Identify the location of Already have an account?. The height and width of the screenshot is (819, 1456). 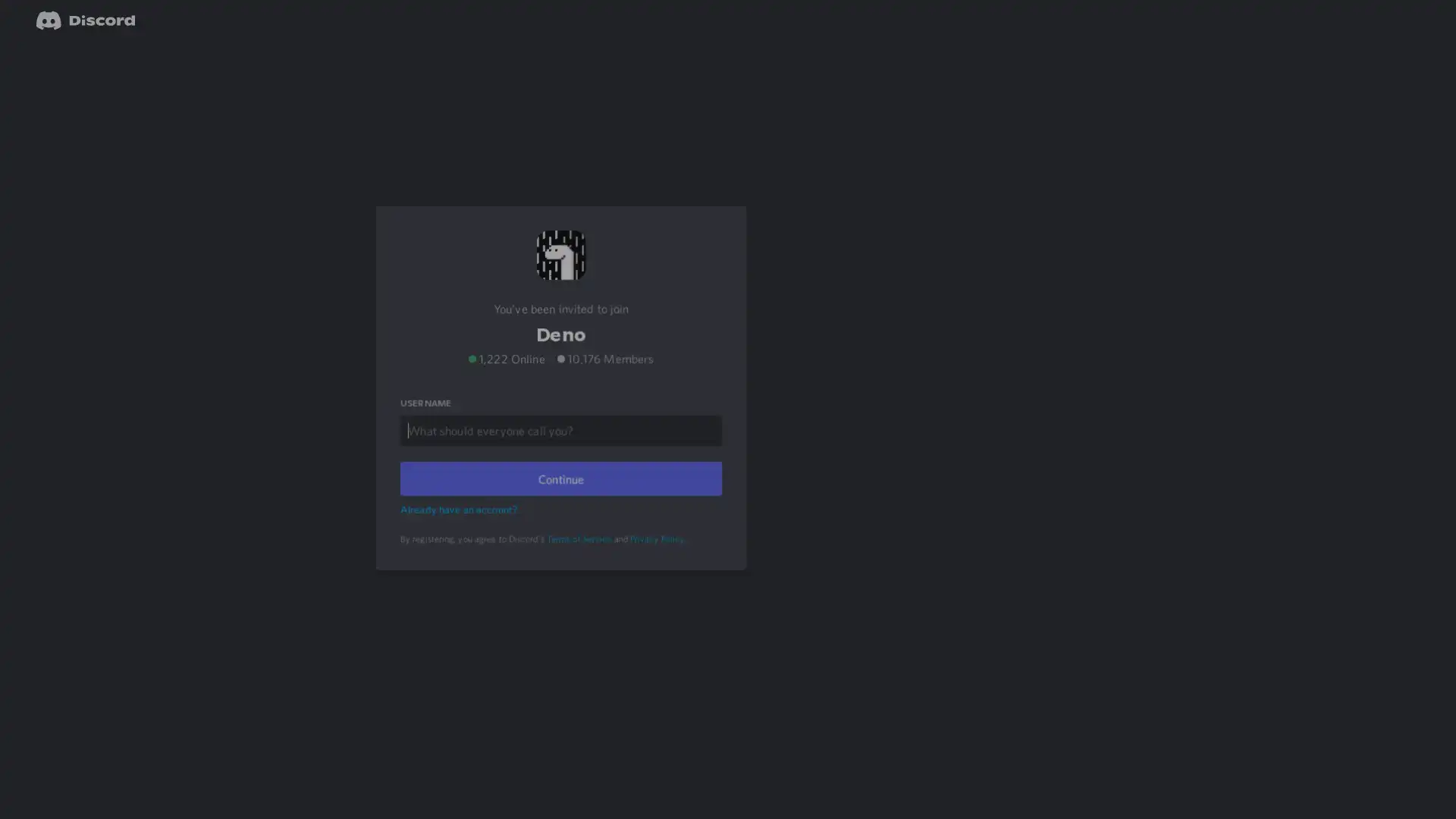
(460, 528).